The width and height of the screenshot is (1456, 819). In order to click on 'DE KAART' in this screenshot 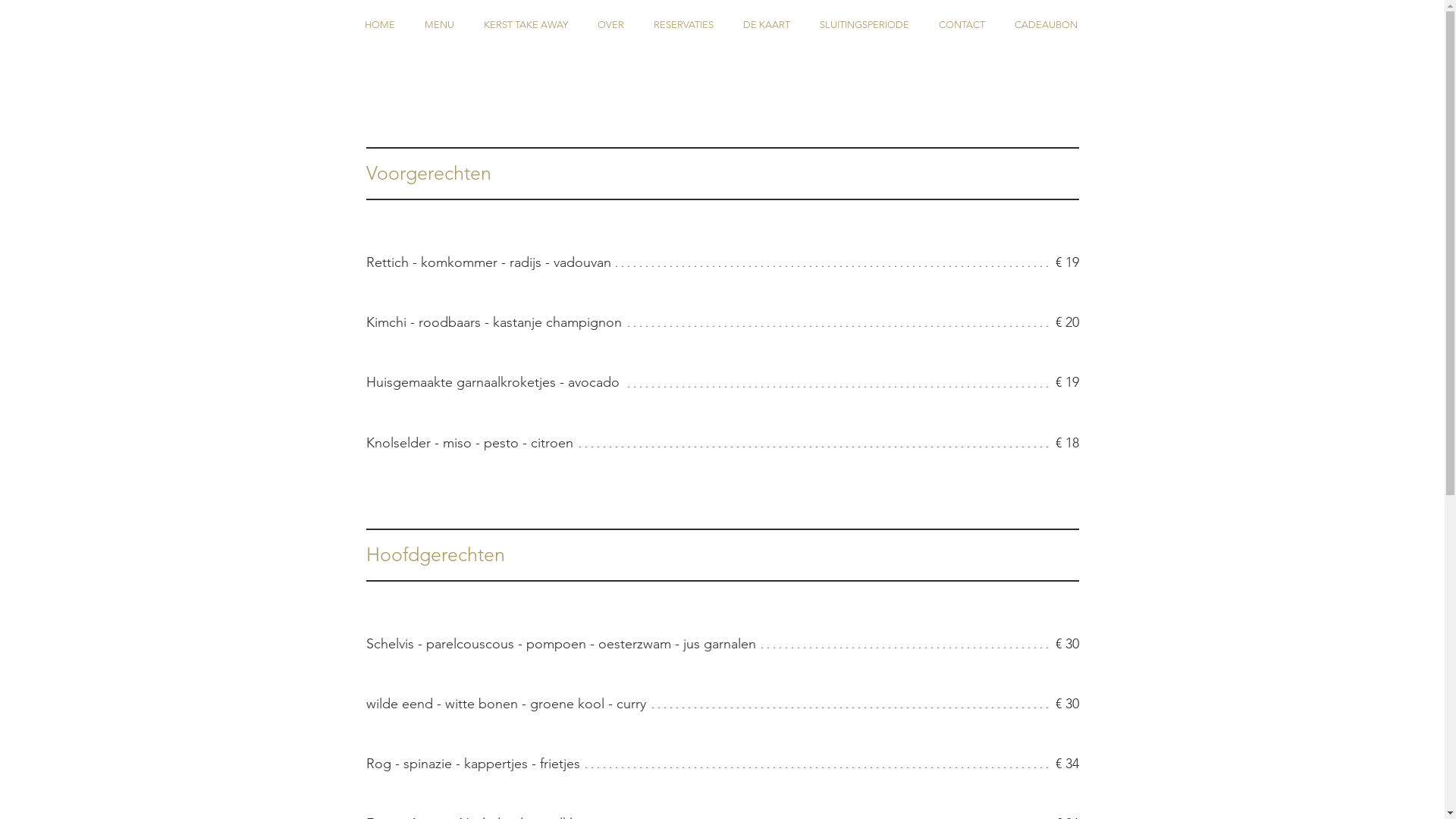, I will do `click(766, 24)`.